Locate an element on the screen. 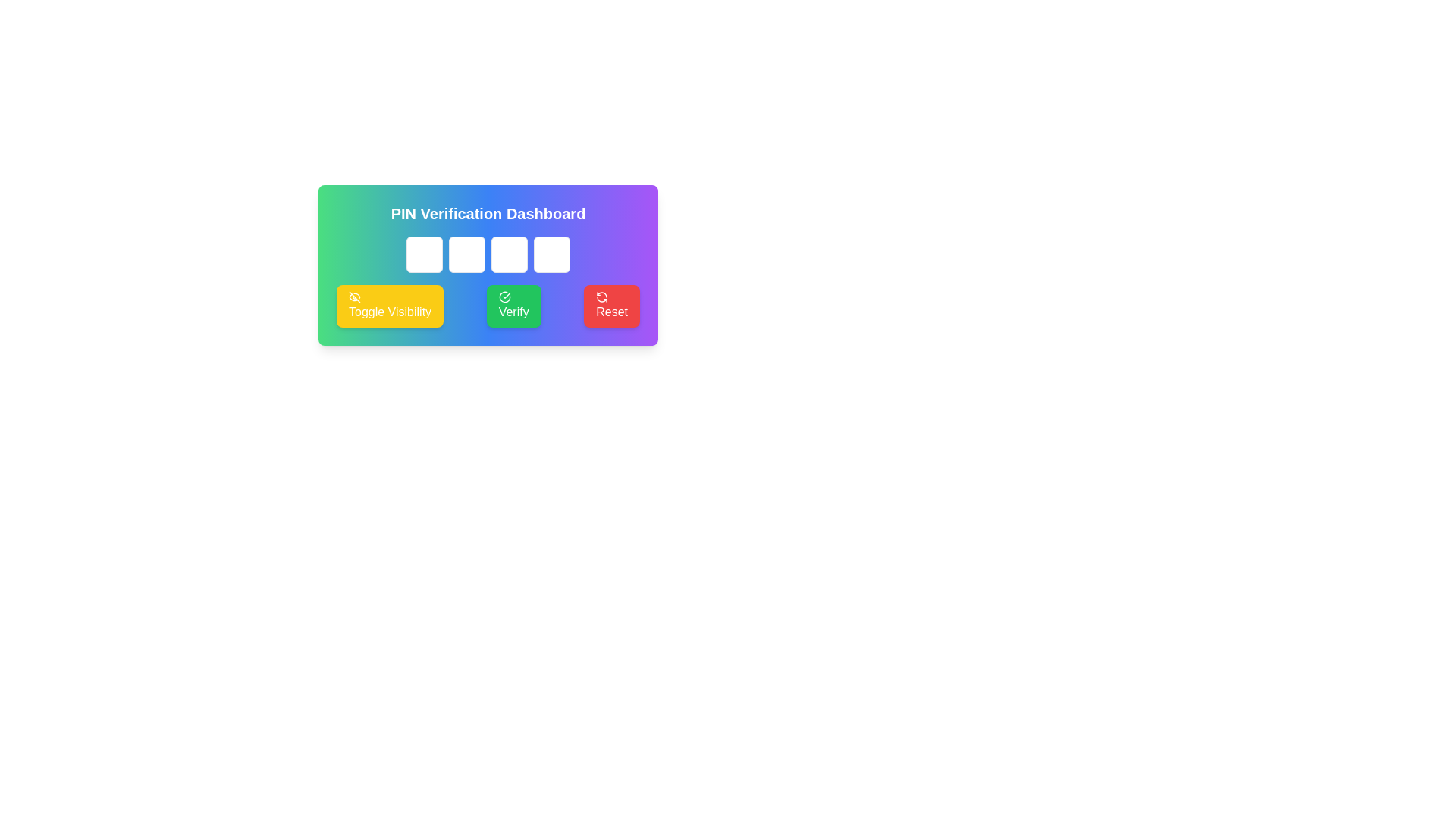 Image resolution: width=1456 pixels, height=819 pixels. the 'Verify' button located centrally at the bottom of the 'PIN Verification Dashboard' panel to confirm or validate the entered PIN is located at coordinates (488, 306).